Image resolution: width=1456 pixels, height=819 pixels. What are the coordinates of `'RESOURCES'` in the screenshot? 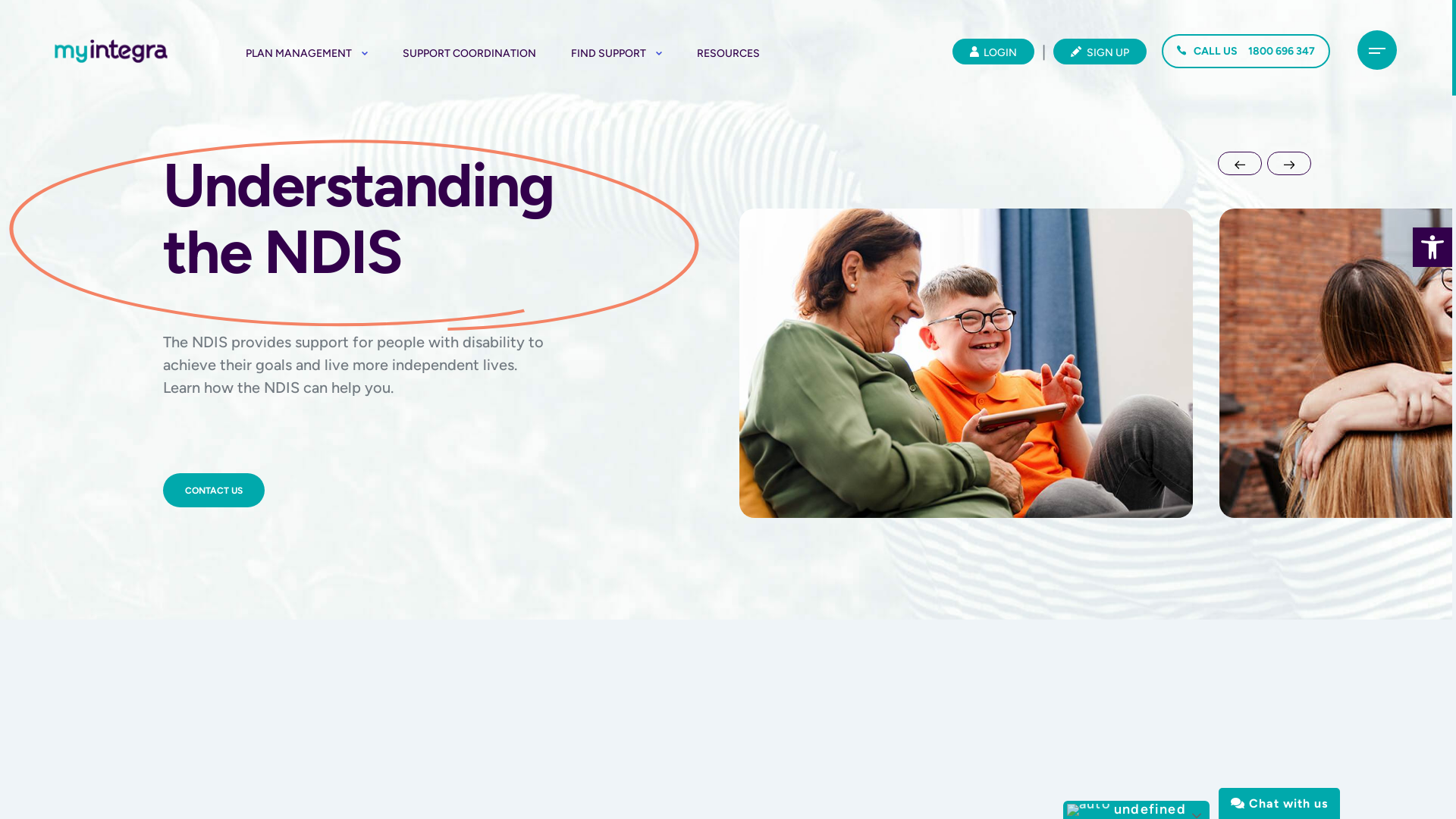 It's located at (728, 52).